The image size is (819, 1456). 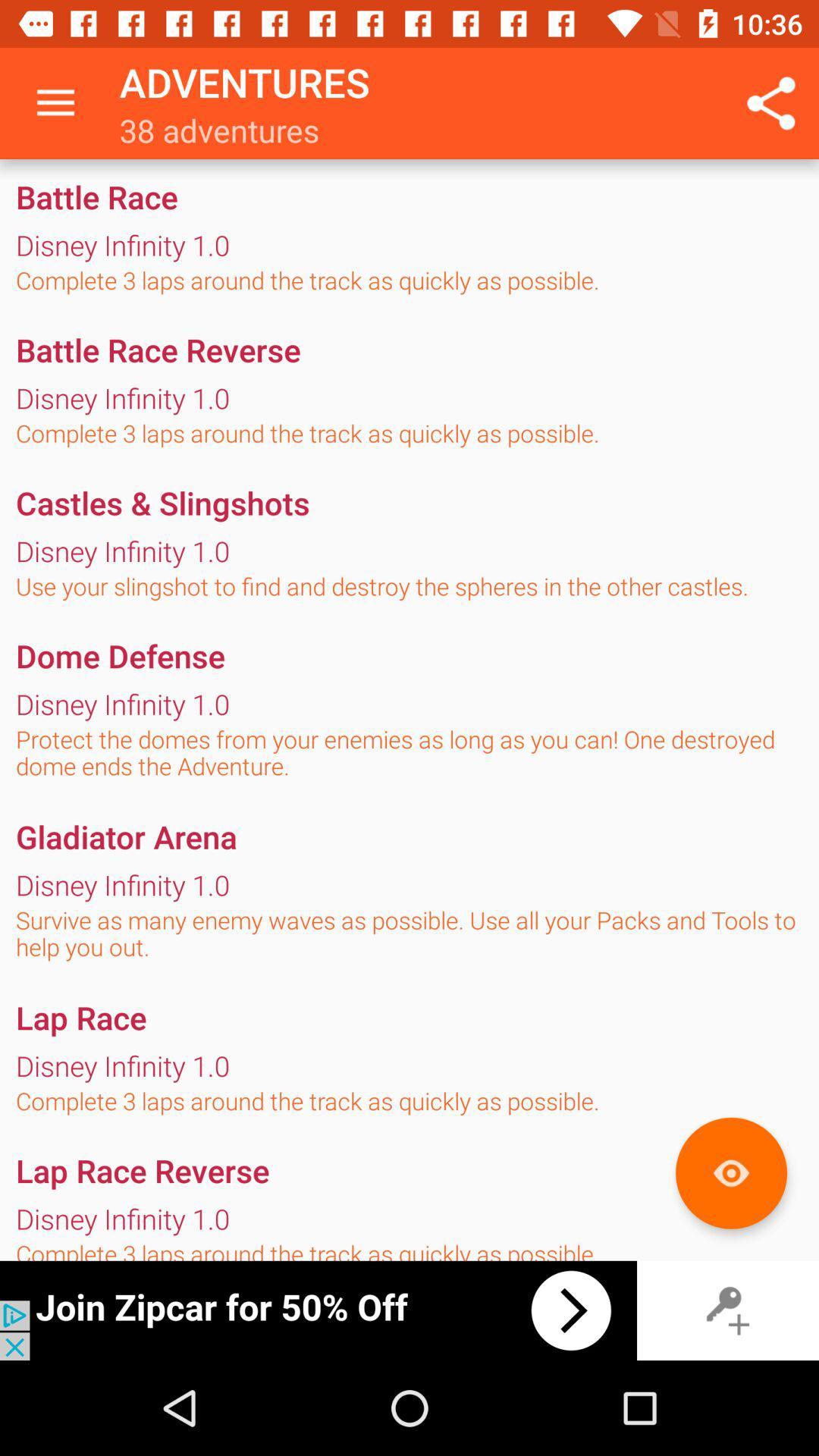 What do you see at coordinates (730, 1172) in the screenshot?
I see `location` at bounding box center [730, 1172].